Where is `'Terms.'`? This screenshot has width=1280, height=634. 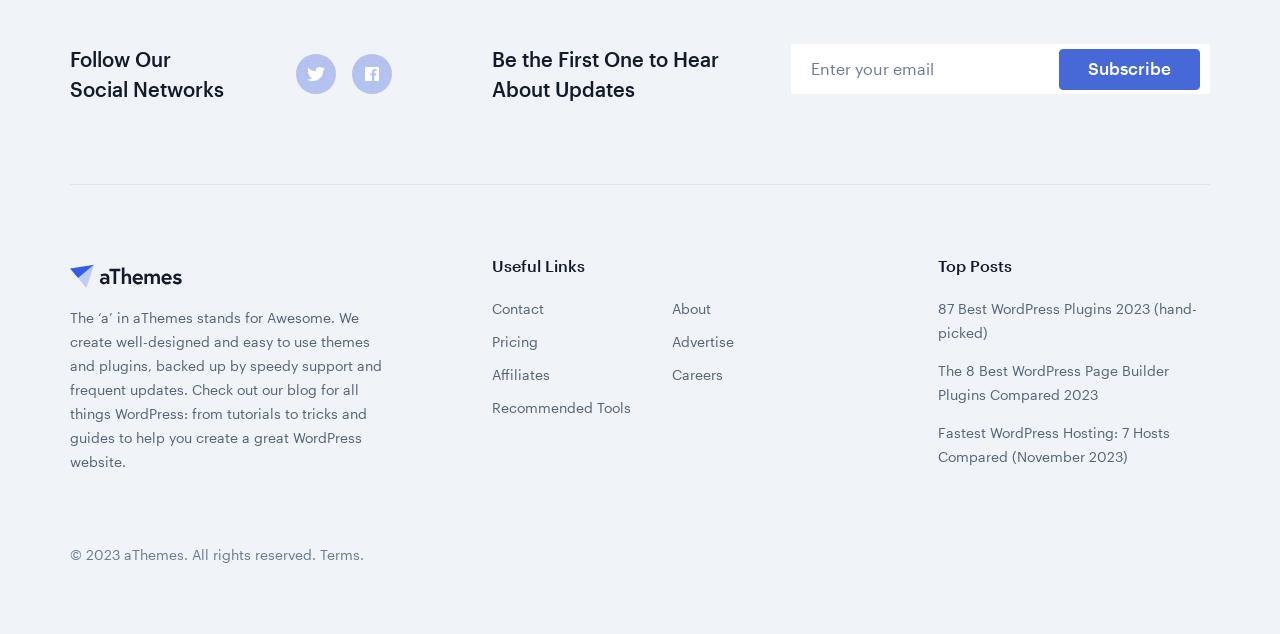 'Terms.' is located at coordinates (320, 301).